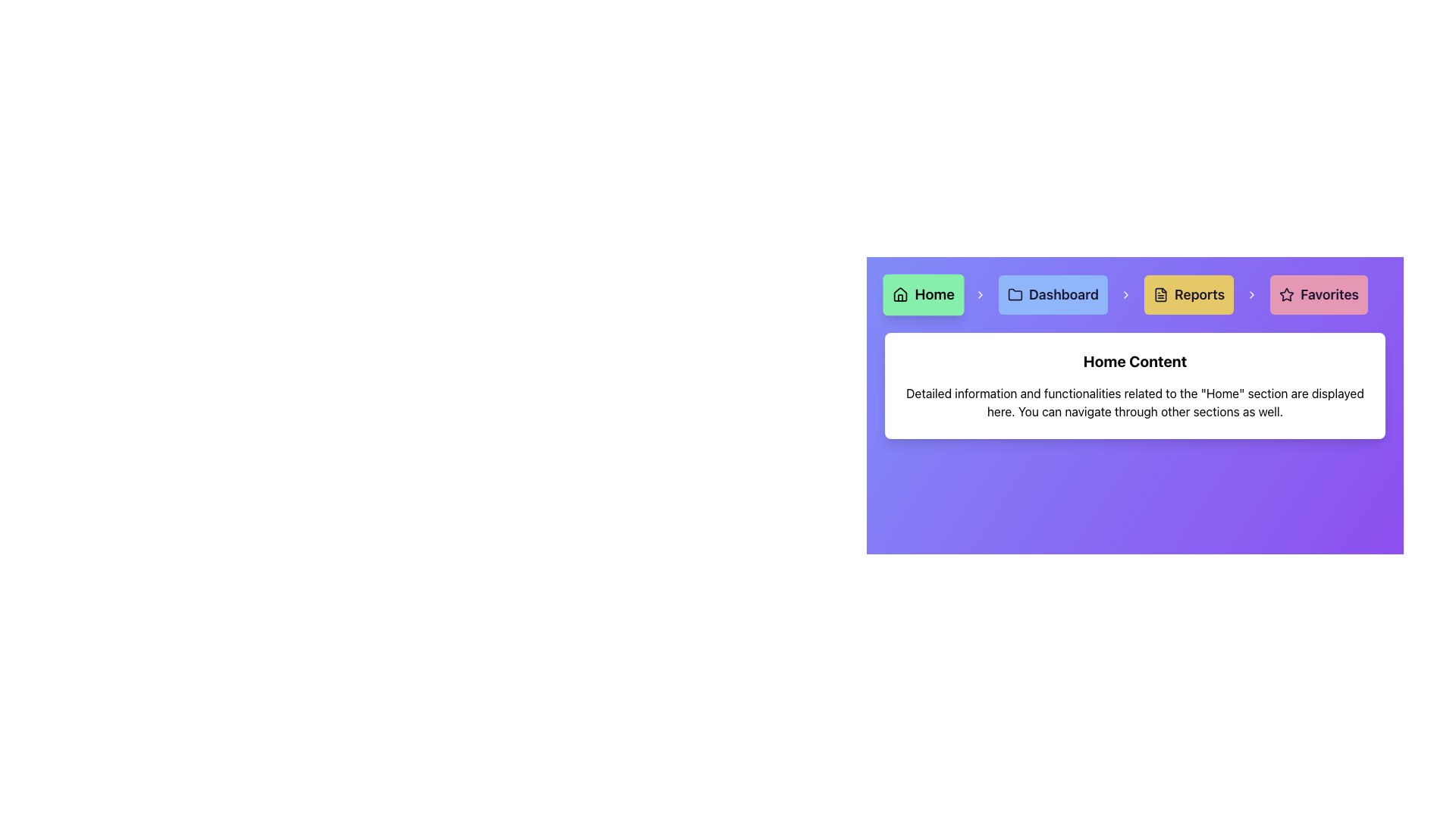 The height and width of the screenshot is (819, 1456). I want to click on the rightward-pointing chevron icon located between the 'Dashboard' and 'Reports' section labels for accessibility purposes, so click(1125, 295).